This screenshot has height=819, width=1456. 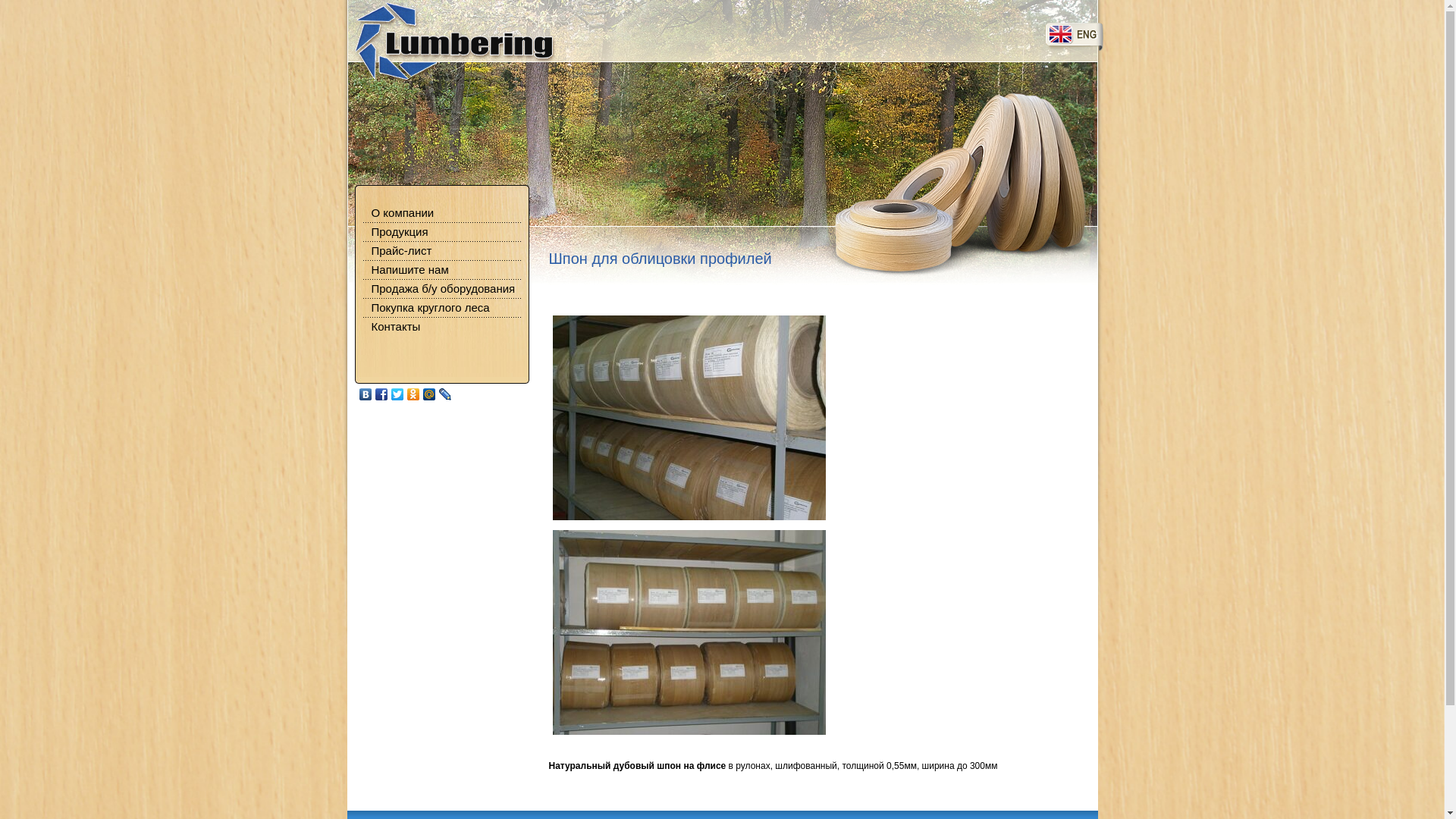 I want to click on 'LiveJournal', so click(x=444, y=394).